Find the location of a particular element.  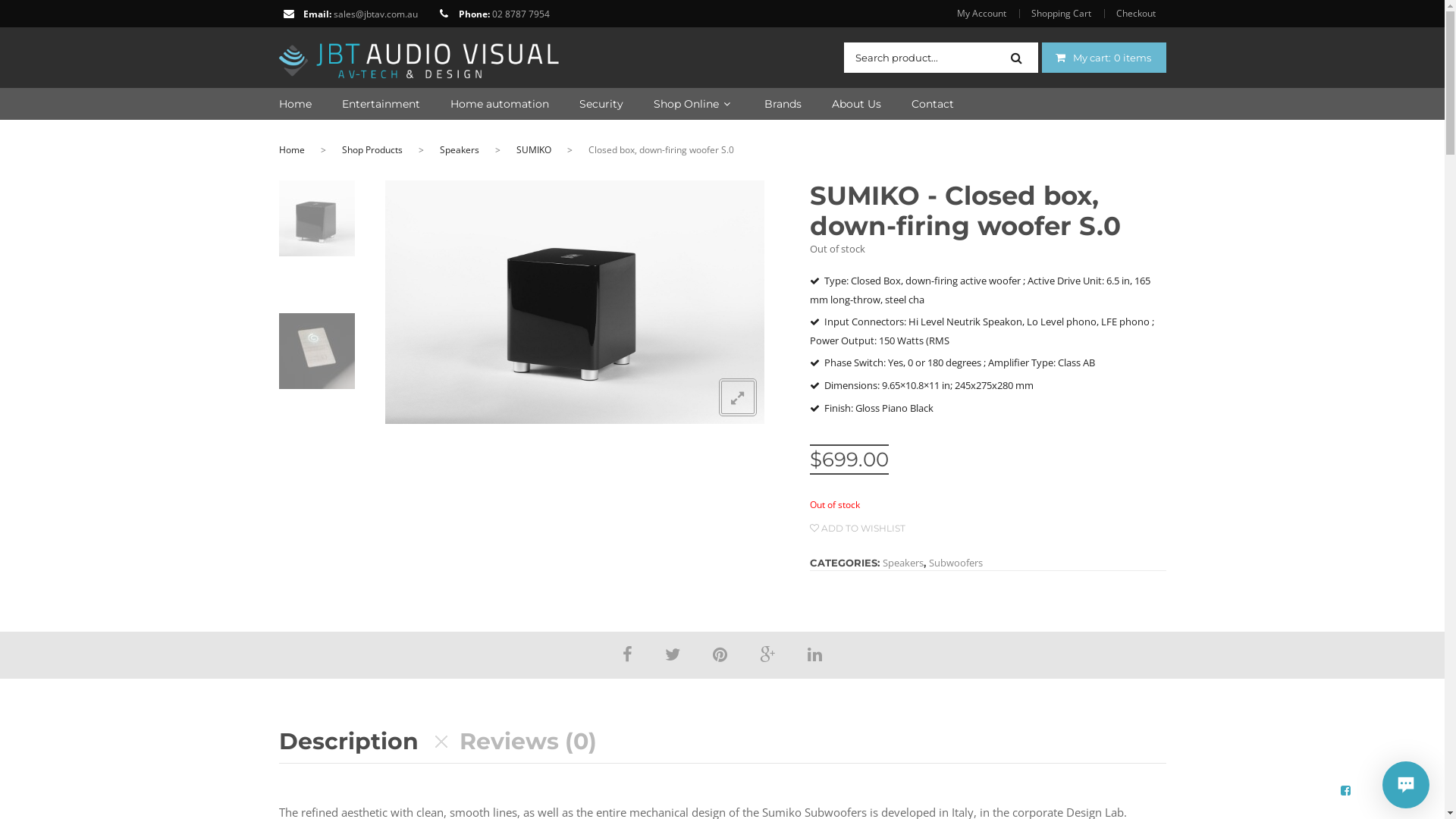

'Google +' is located at coordinates (760, 652).